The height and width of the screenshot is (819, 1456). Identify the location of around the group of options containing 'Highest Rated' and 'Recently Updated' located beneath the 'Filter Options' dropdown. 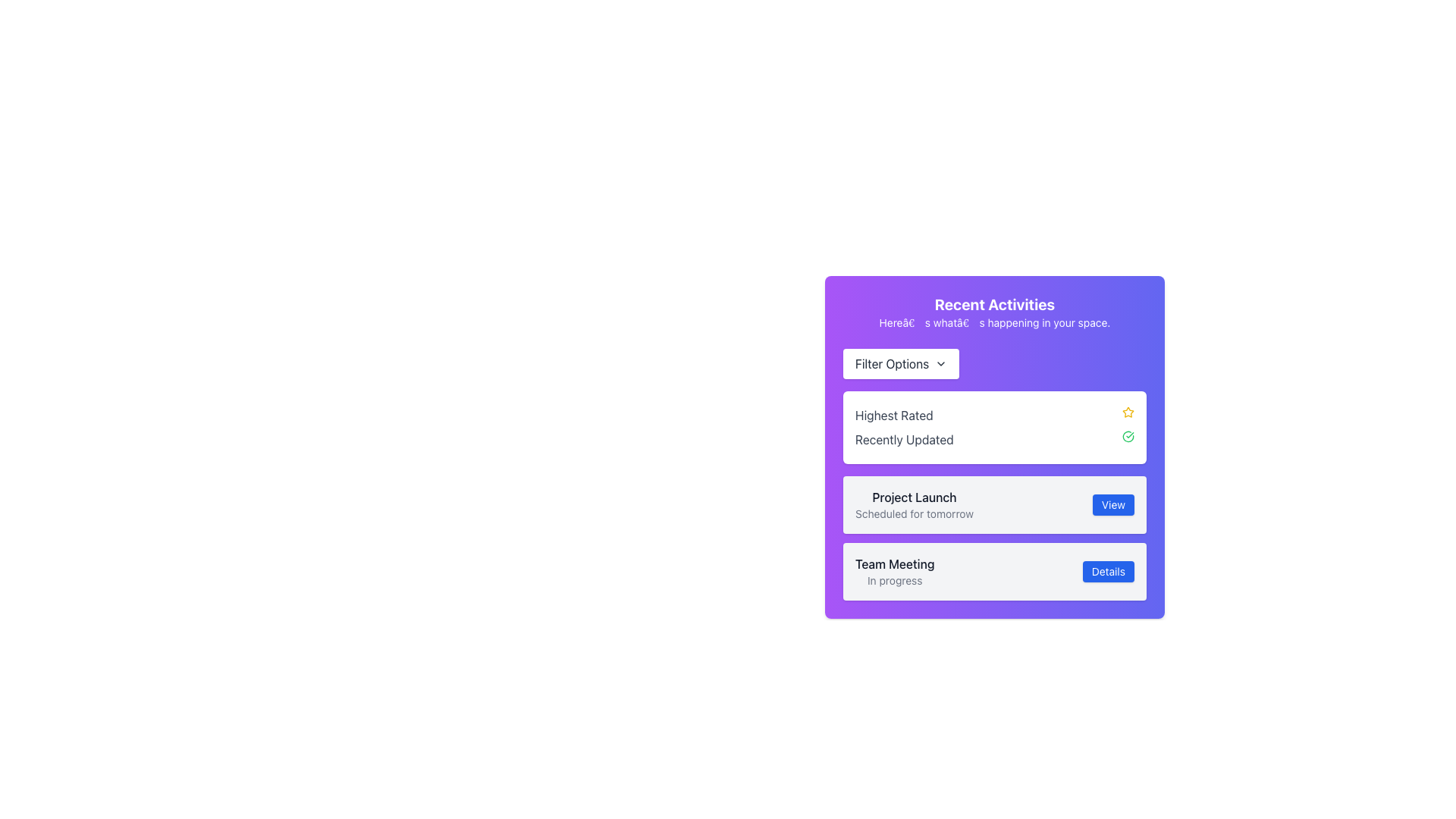
(994, 406).